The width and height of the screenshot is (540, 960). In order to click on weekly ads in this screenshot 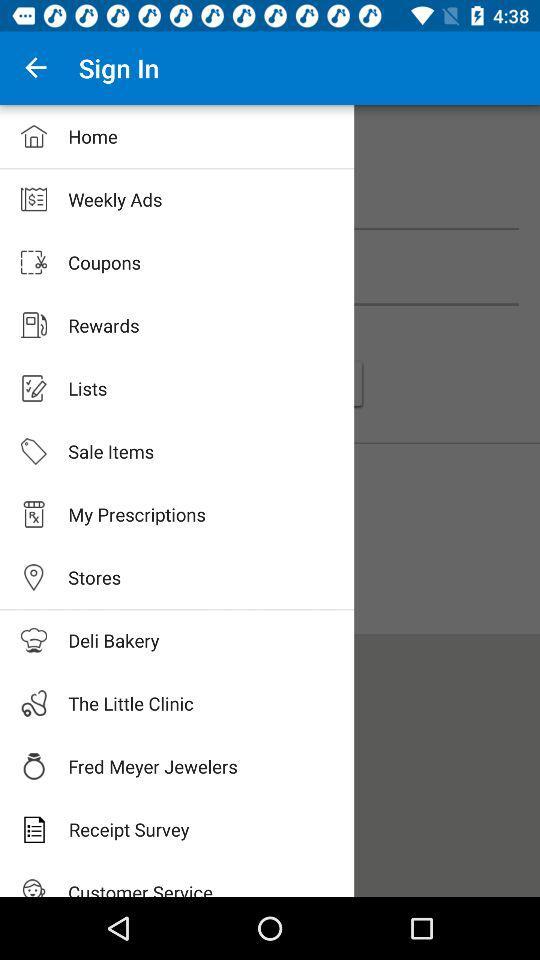, I will do `click(270, 210)`.